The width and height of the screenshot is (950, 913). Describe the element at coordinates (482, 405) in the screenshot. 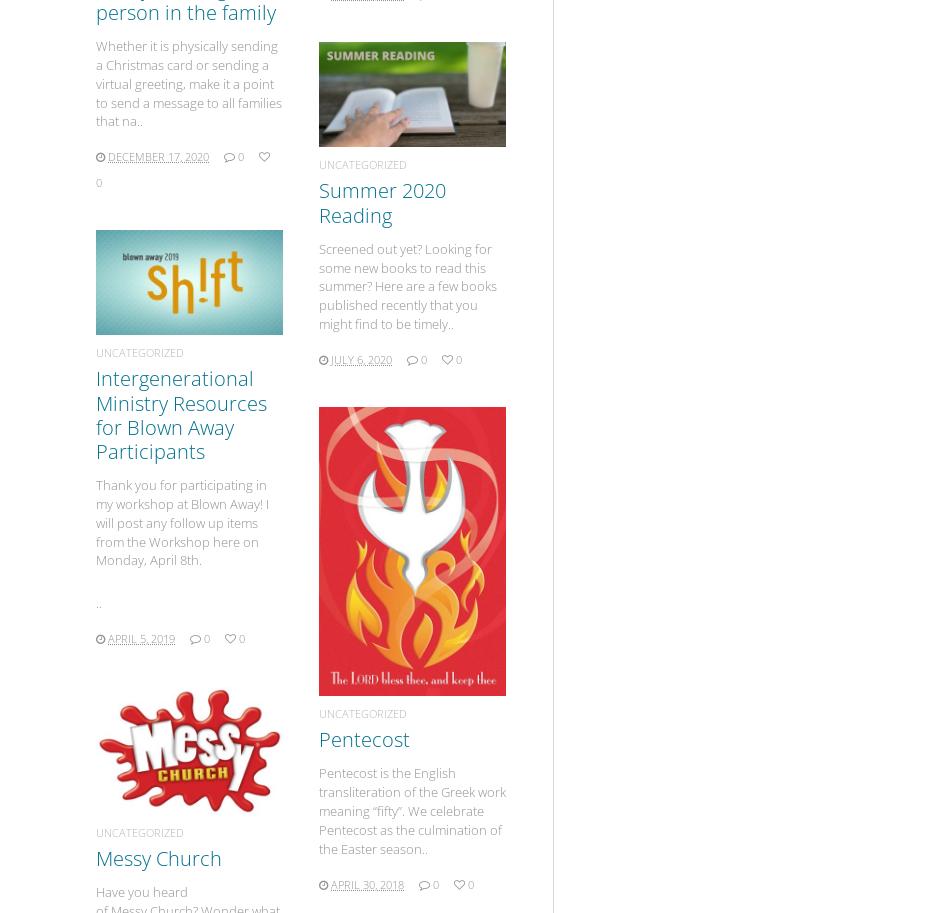

I see `'1'` at that location.